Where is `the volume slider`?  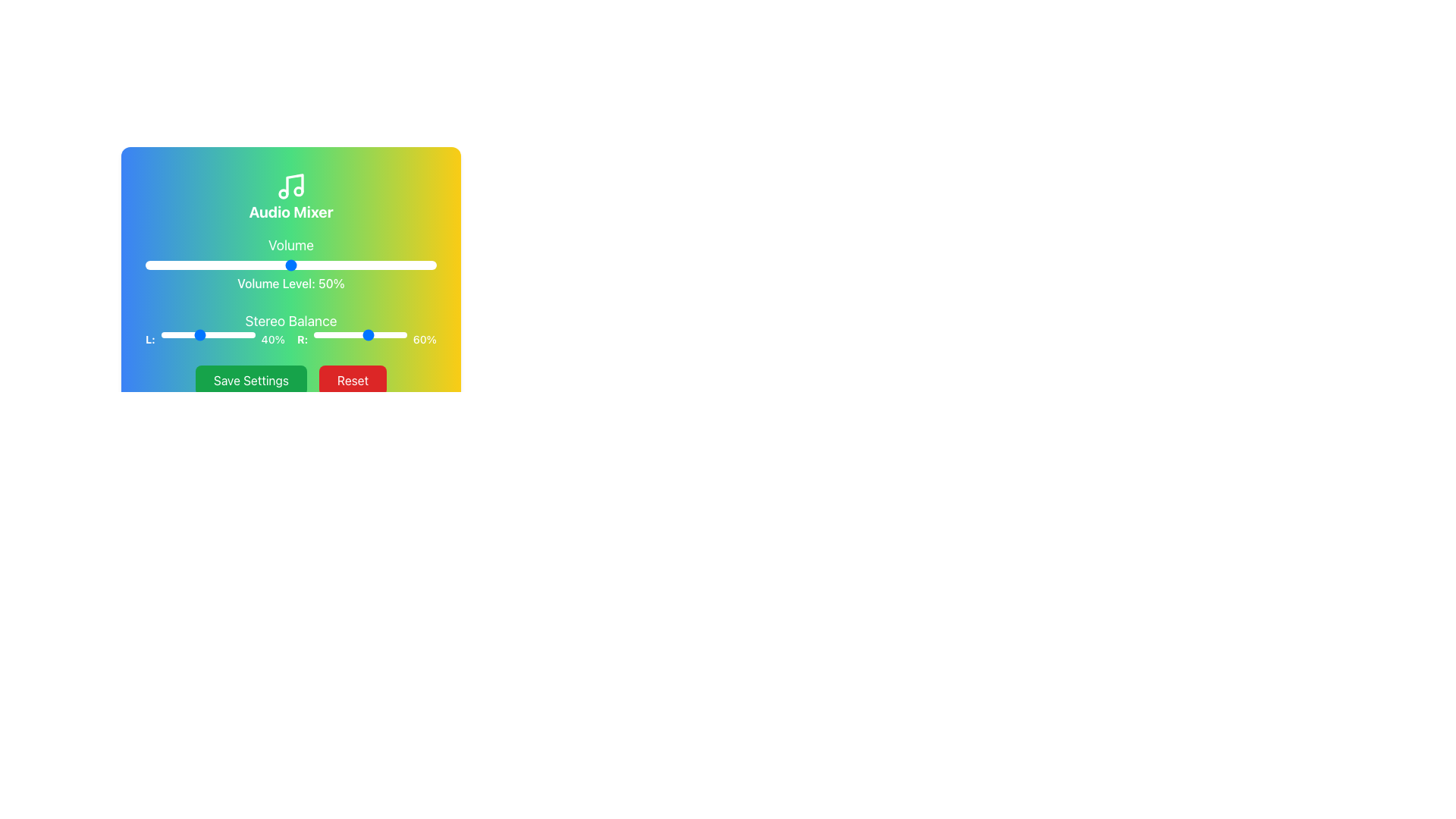
the volume slider is located at coordinates (273, 265).